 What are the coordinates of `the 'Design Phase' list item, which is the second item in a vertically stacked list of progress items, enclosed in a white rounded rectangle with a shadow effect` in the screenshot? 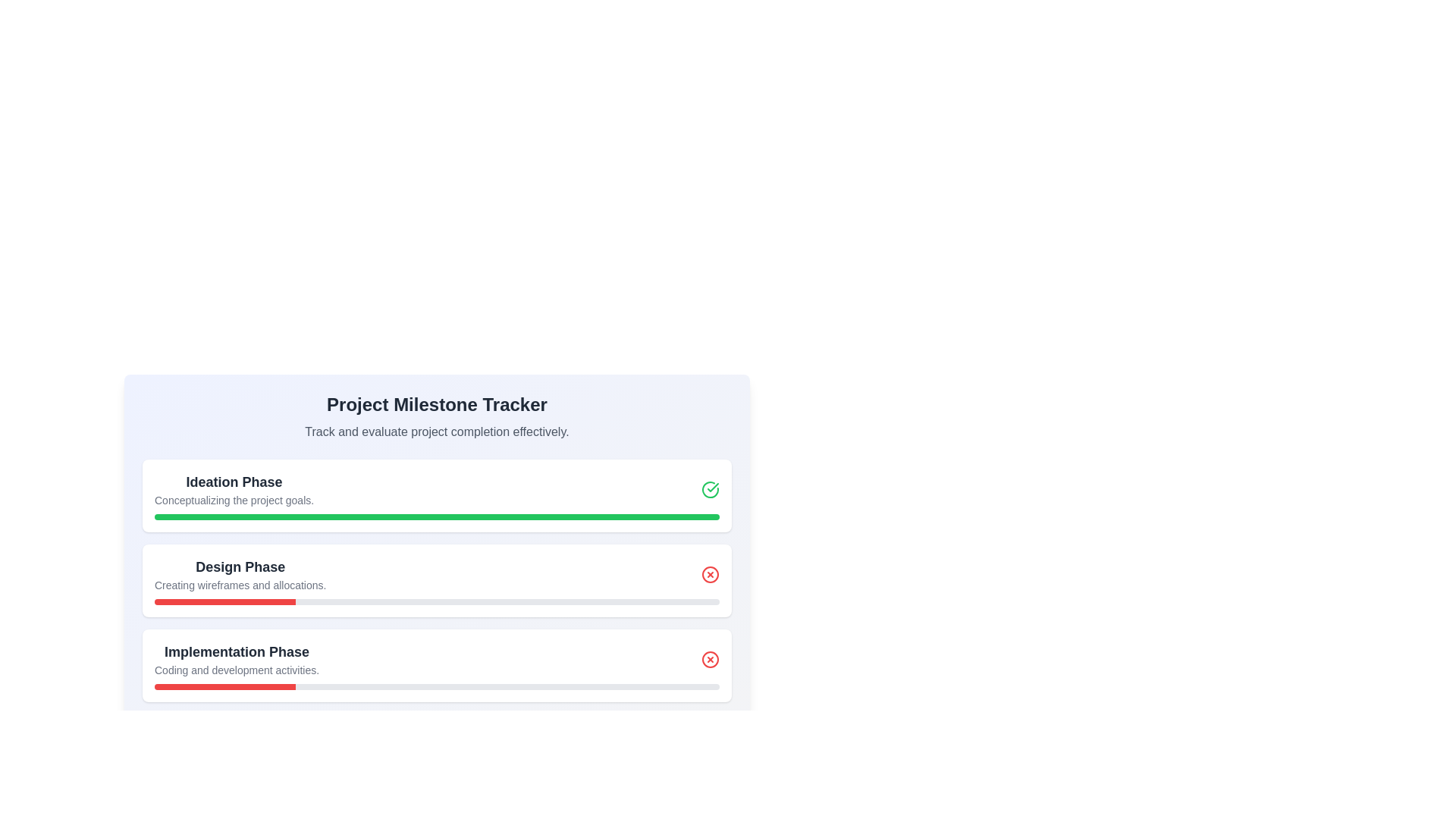 It's located at (436, 575).